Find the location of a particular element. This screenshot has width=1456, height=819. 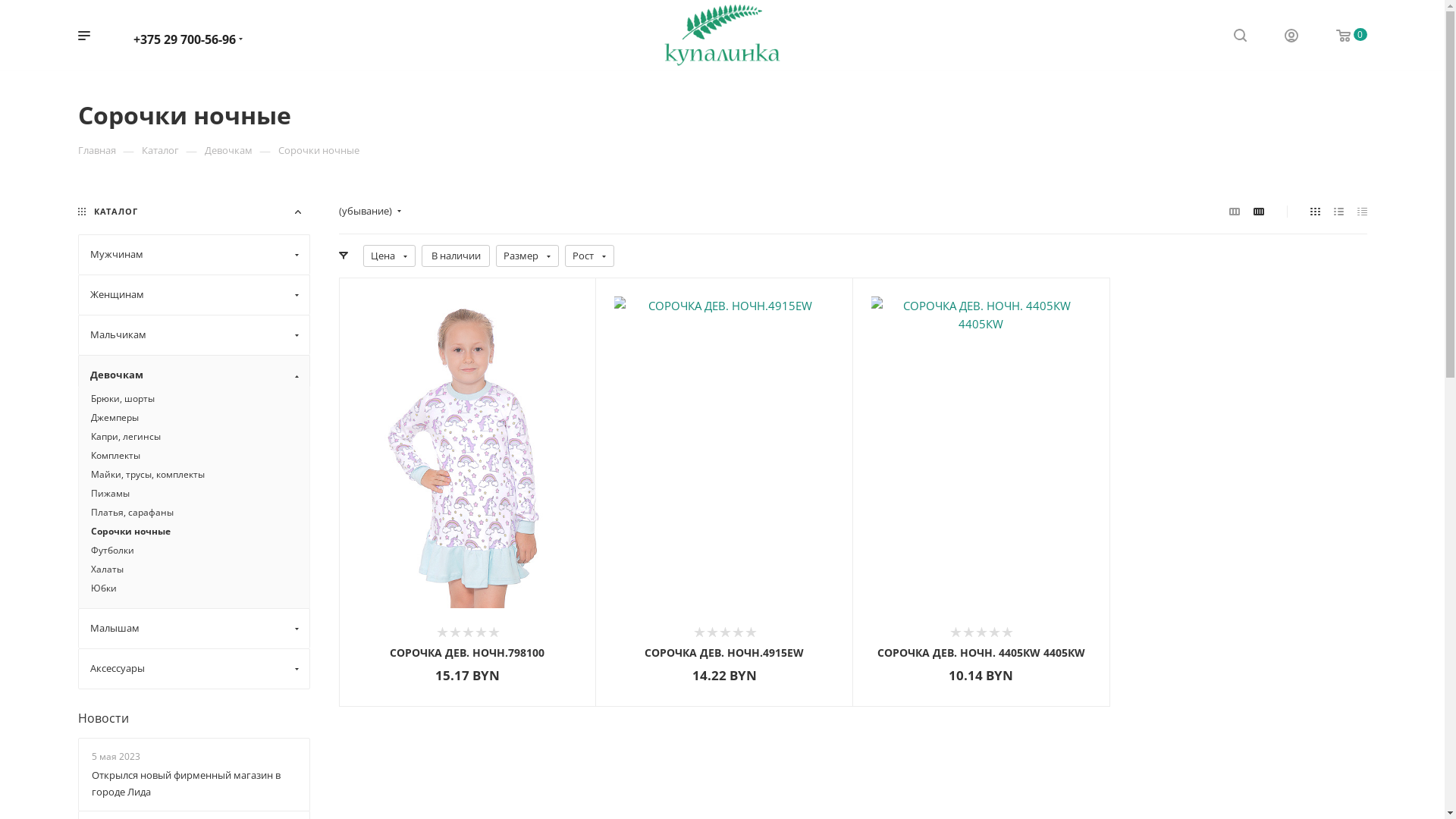

'+375 29 700-56-96' is located at coordinates (184, 37).